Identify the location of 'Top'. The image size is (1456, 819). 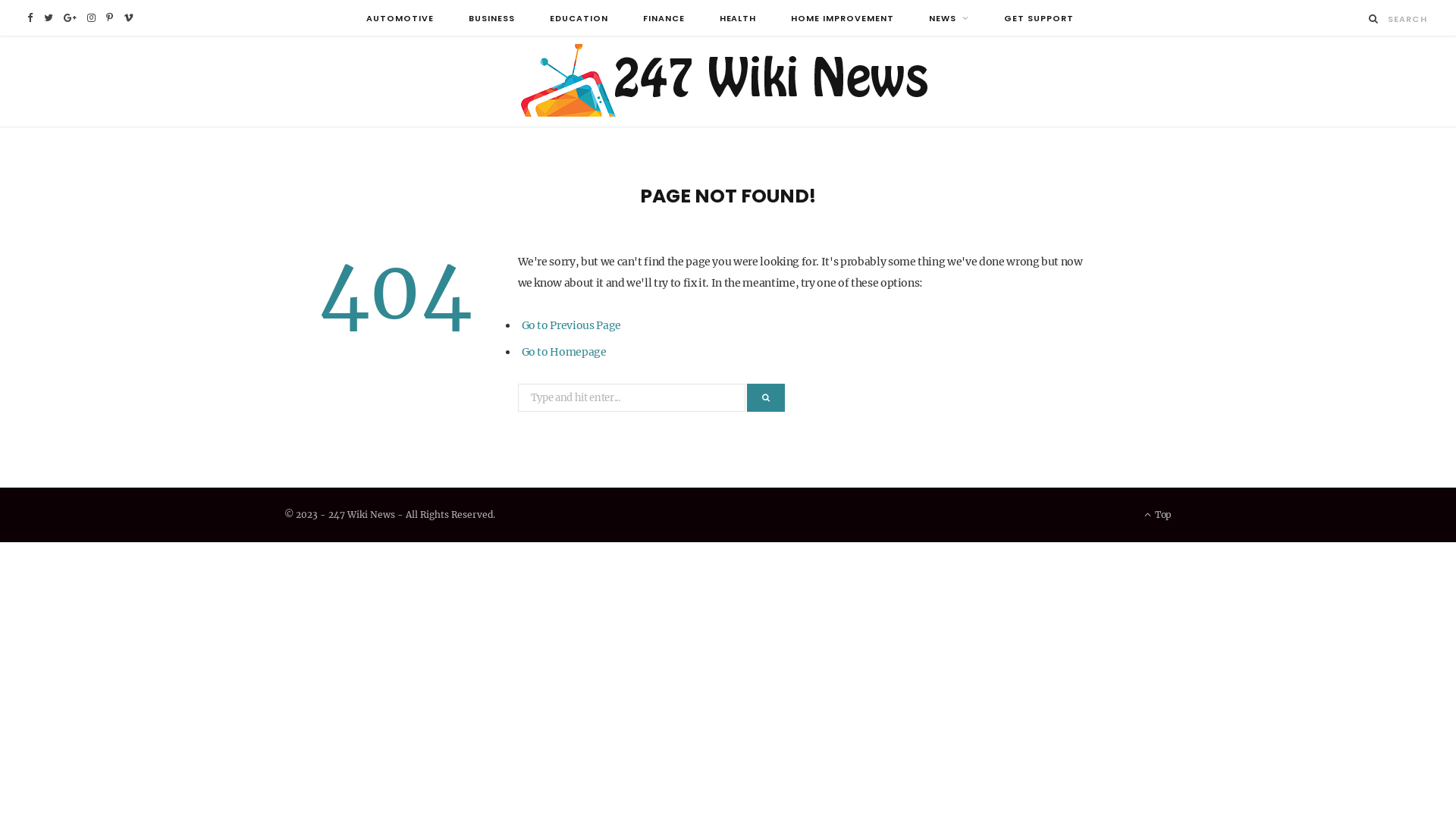
(1144, 513).